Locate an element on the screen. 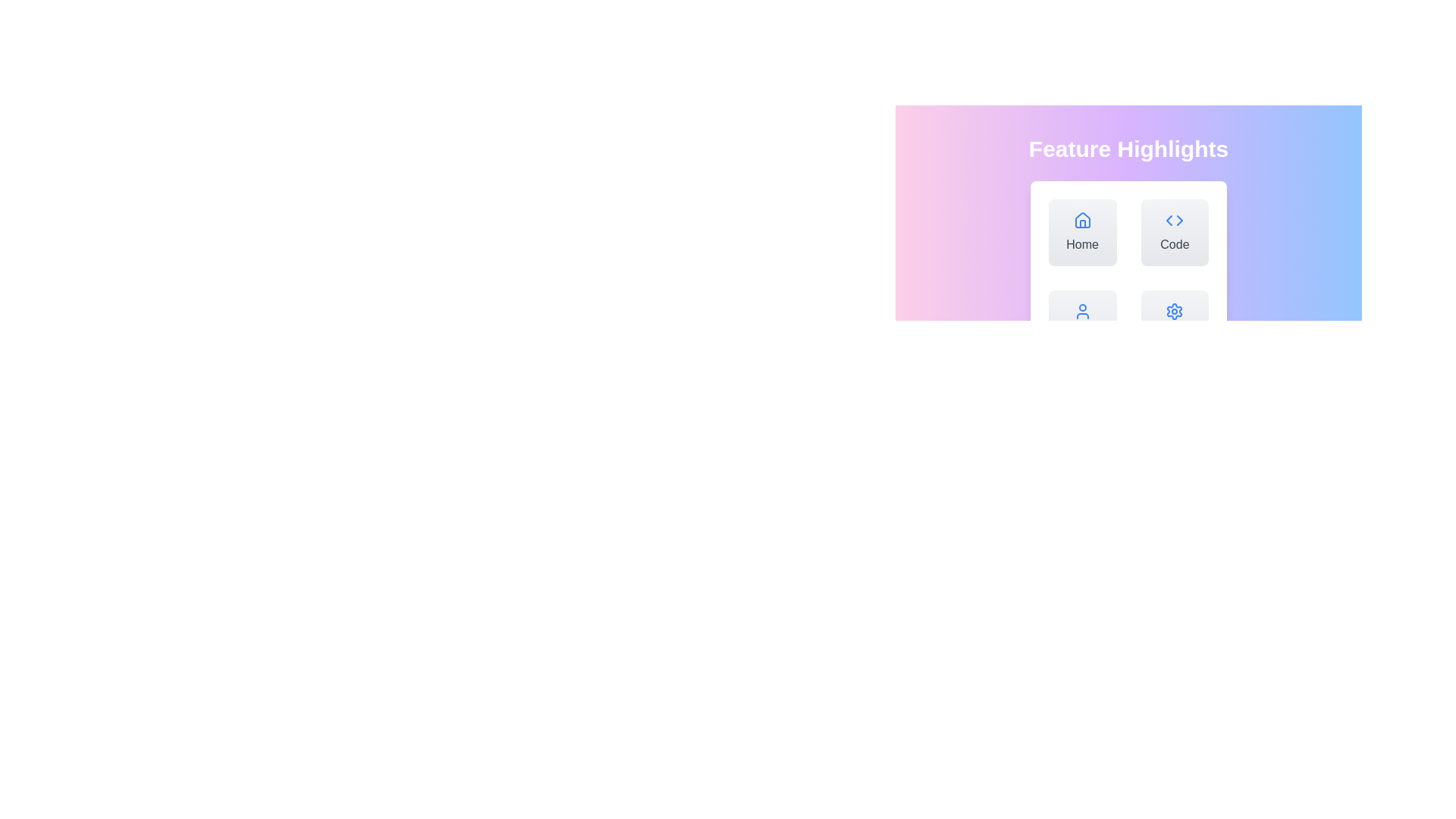  the 'Code' button, which is a square card with a gradient light gray background, a blue triangular code icon at the top center, and the word 'Code' in dark gray text, to interact with any hover effects is located at coordinates (1174, 233).